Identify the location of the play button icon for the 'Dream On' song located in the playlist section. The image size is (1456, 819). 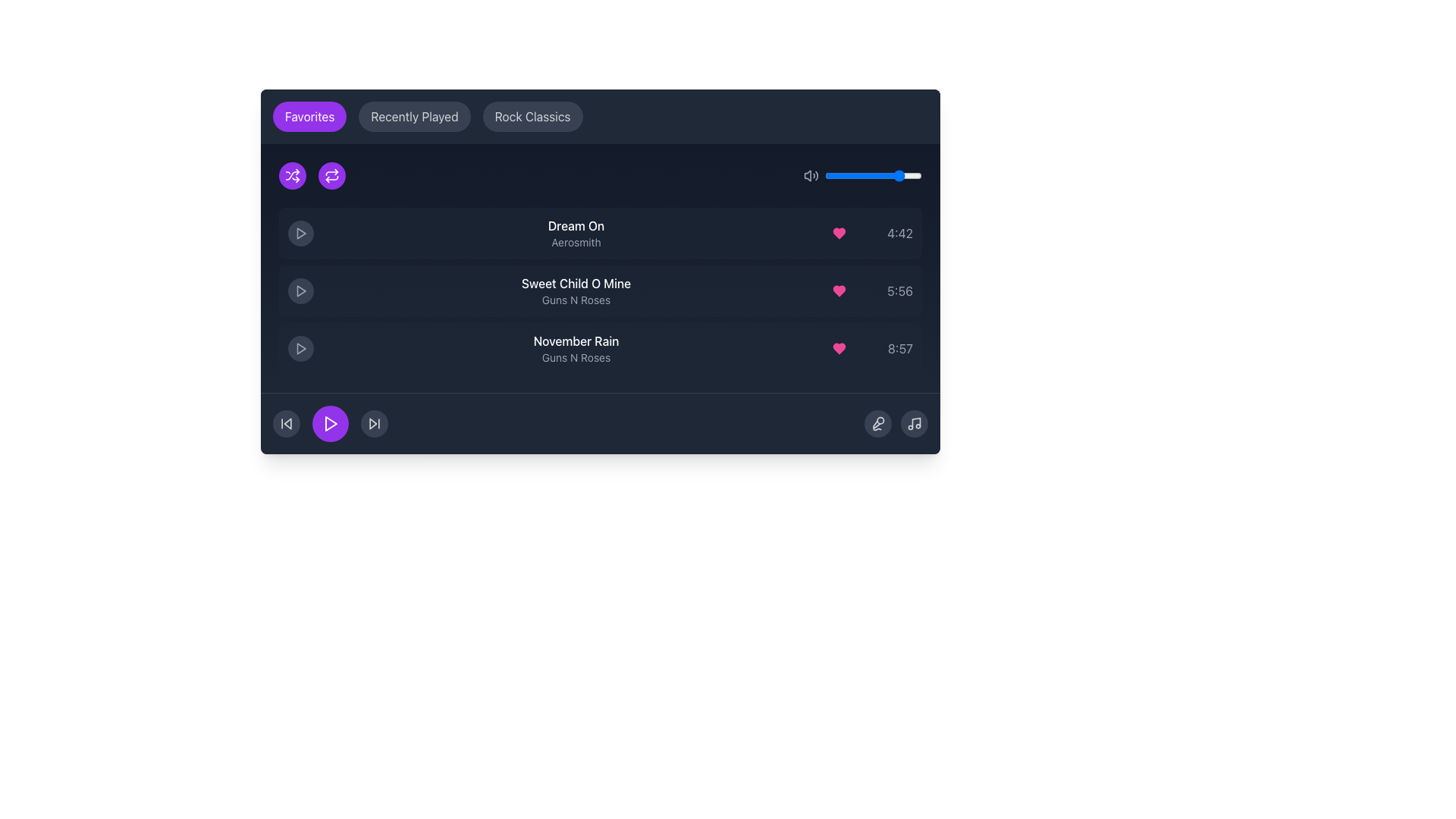
(301, 234).